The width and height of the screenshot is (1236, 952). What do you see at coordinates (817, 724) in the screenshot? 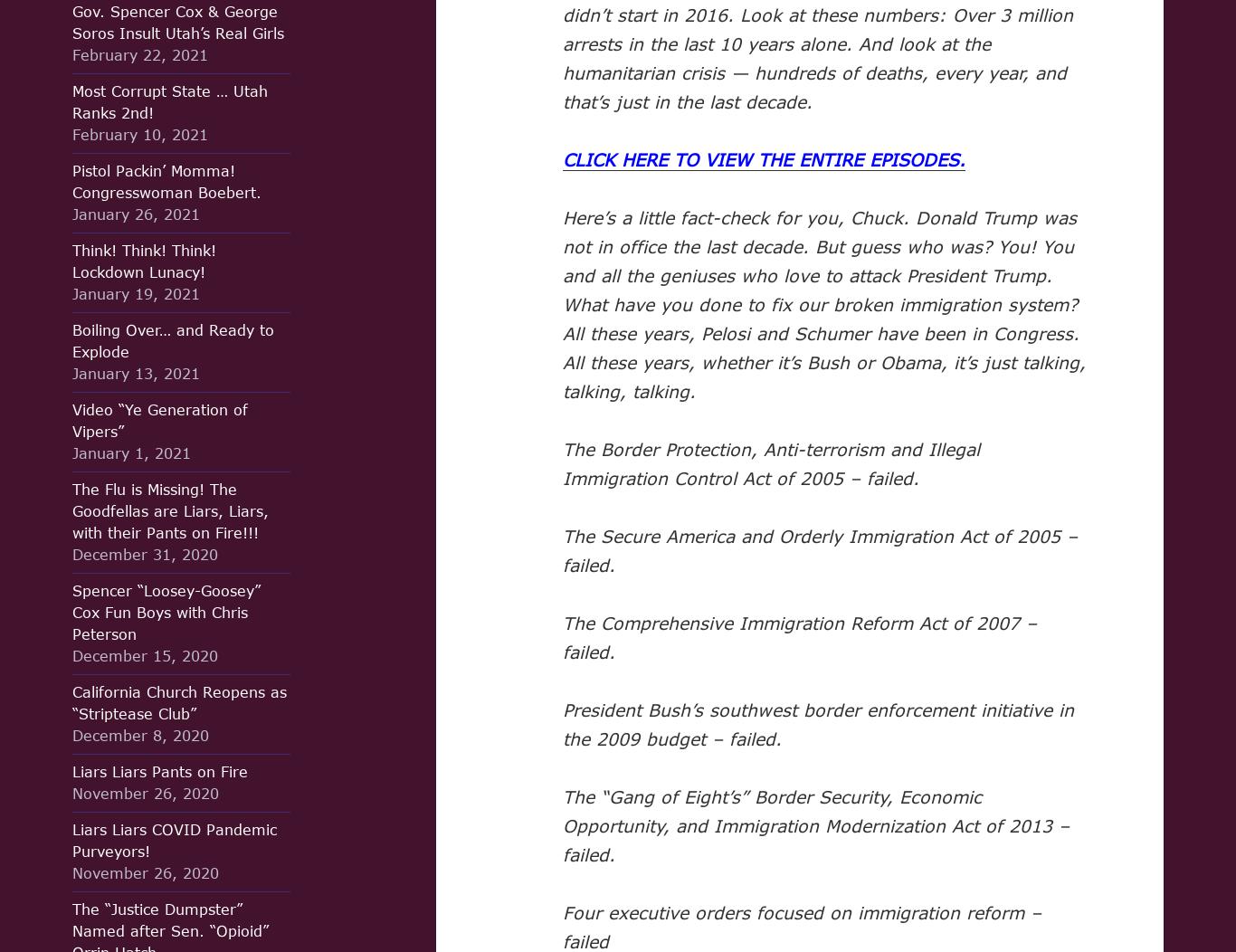
I see `'President Bush’s southwest border enforcement initiative in the 2009 budget – failed.'` at bounding box center [817, 724].